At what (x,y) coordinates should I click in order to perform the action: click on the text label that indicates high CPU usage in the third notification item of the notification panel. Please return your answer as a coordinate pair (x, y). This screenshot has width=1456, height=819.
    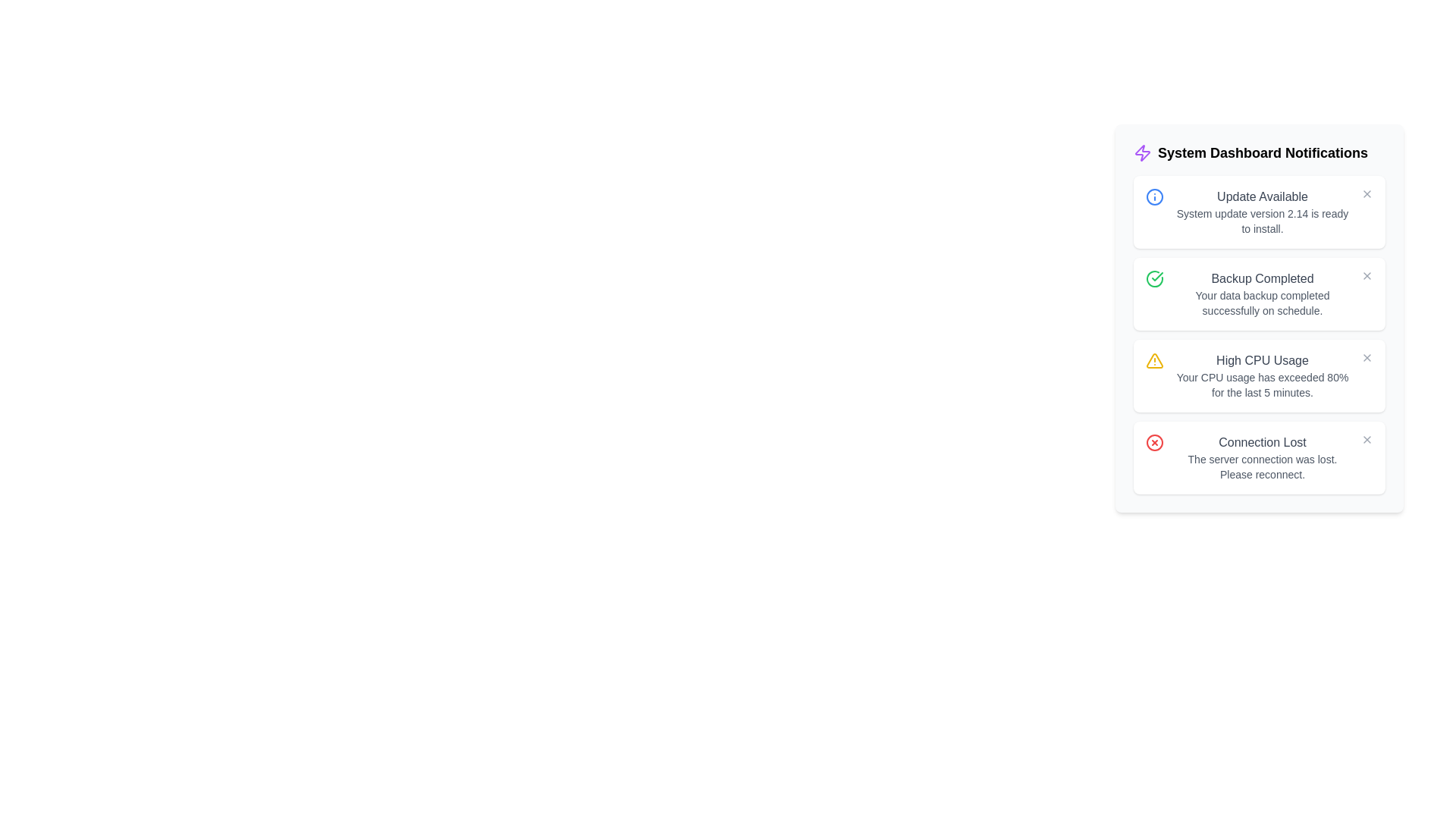
    Looking at the image, I should click on (1263, 360).